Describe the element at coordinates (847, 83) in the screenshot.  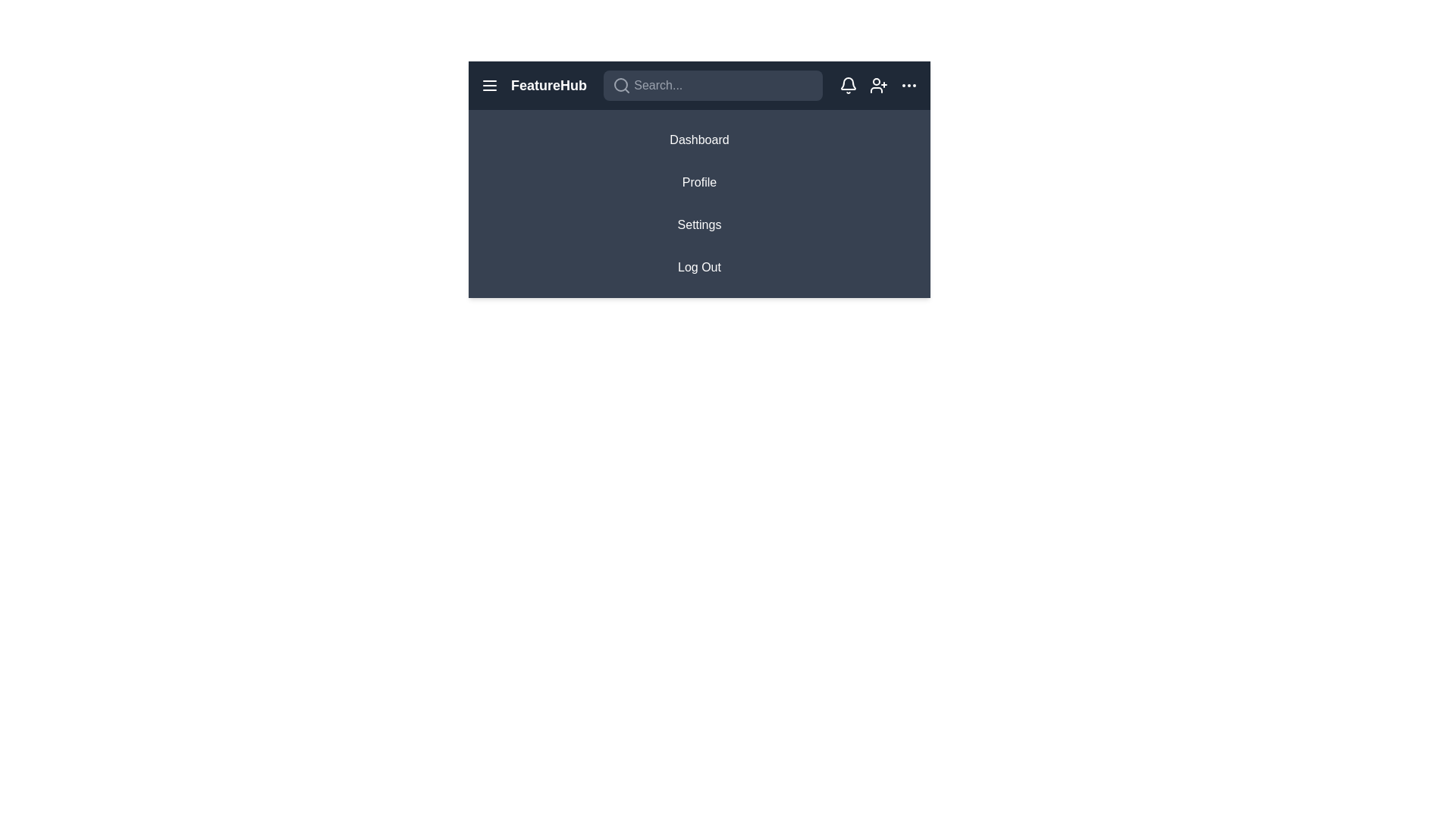
I see `the bell icon in the navigation bar` at that location.